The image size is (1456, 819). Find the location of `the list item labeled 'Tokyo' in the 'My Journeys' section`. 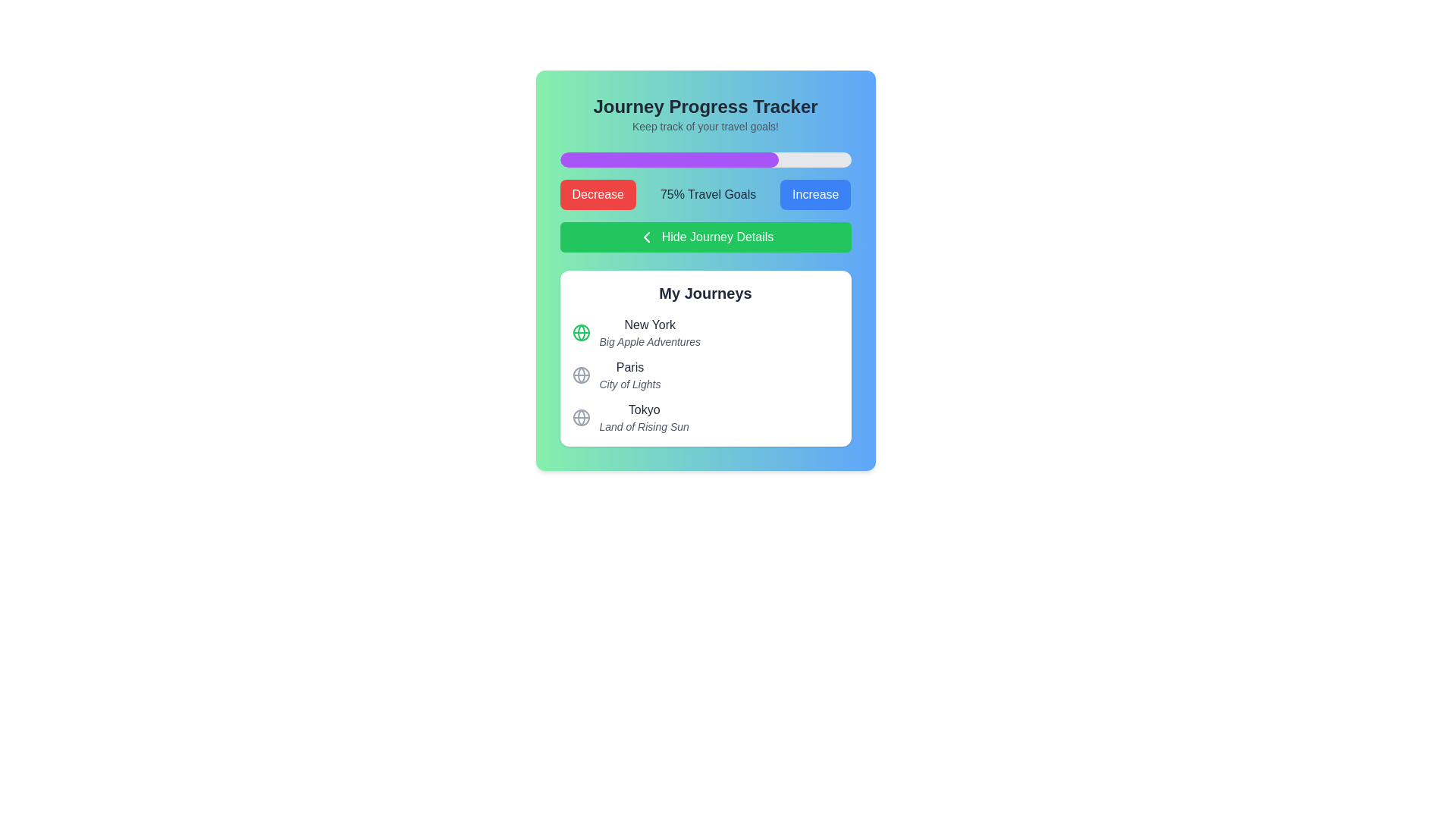

the list item labeled 'Tokyo' in the 'My Journeys' section is located at coordinates (644, 418).